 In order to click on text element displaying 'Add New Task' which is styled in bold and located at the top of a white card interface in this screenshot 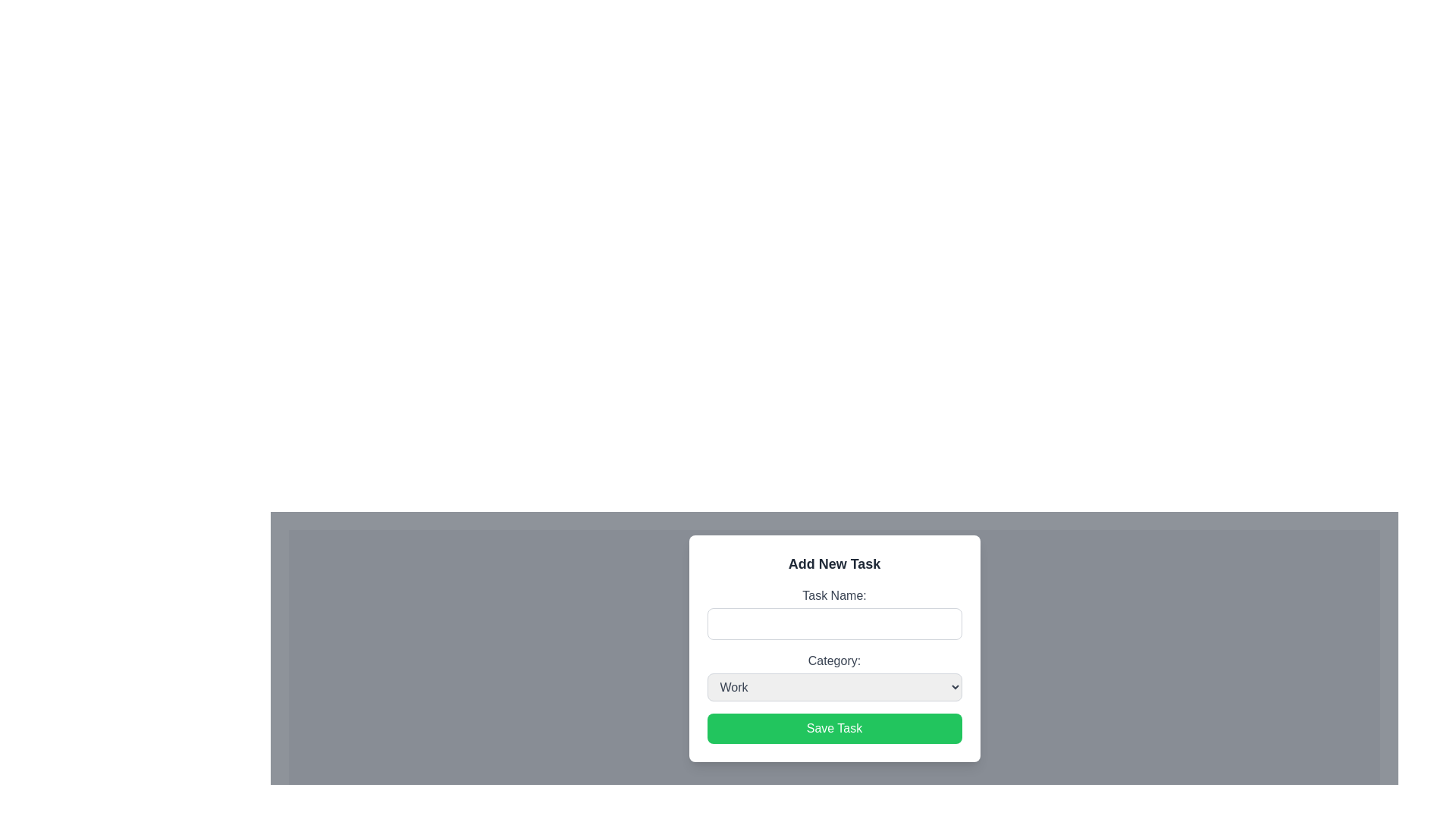, I will do `click(833, 563)`.